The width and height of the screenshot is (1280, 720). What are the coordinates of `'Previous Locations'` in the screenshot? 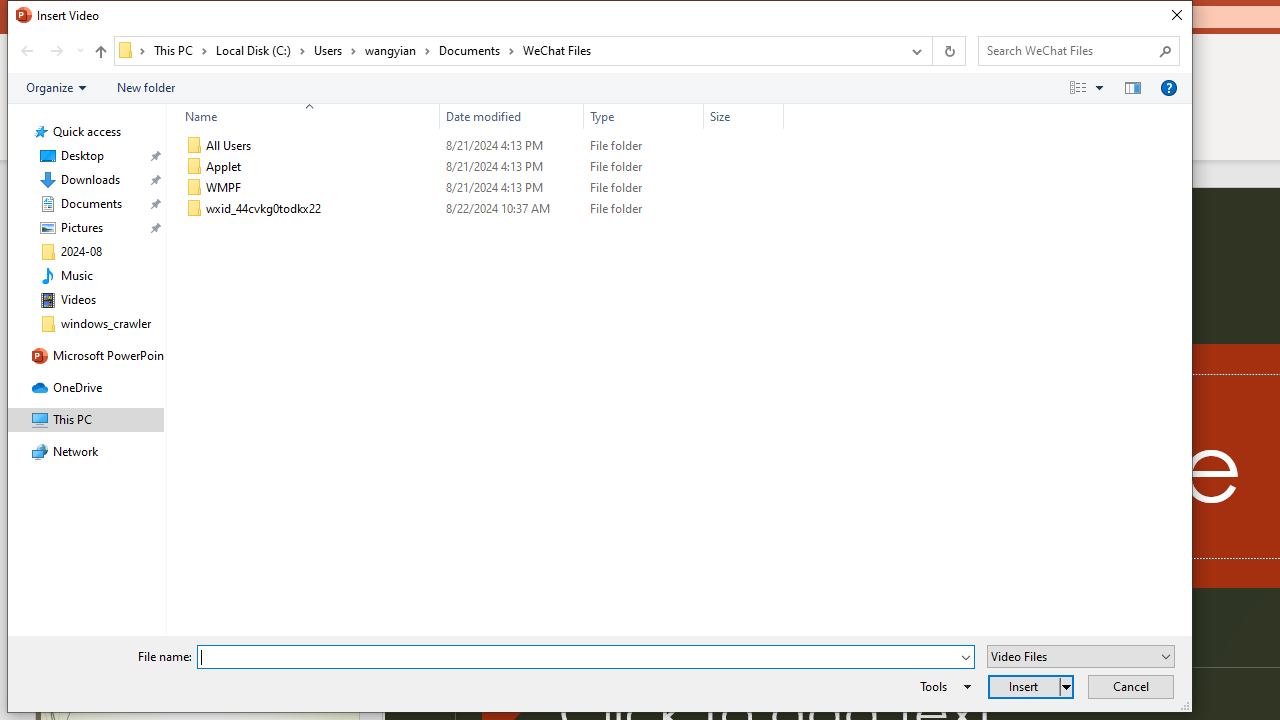 It's located at (914, 50).